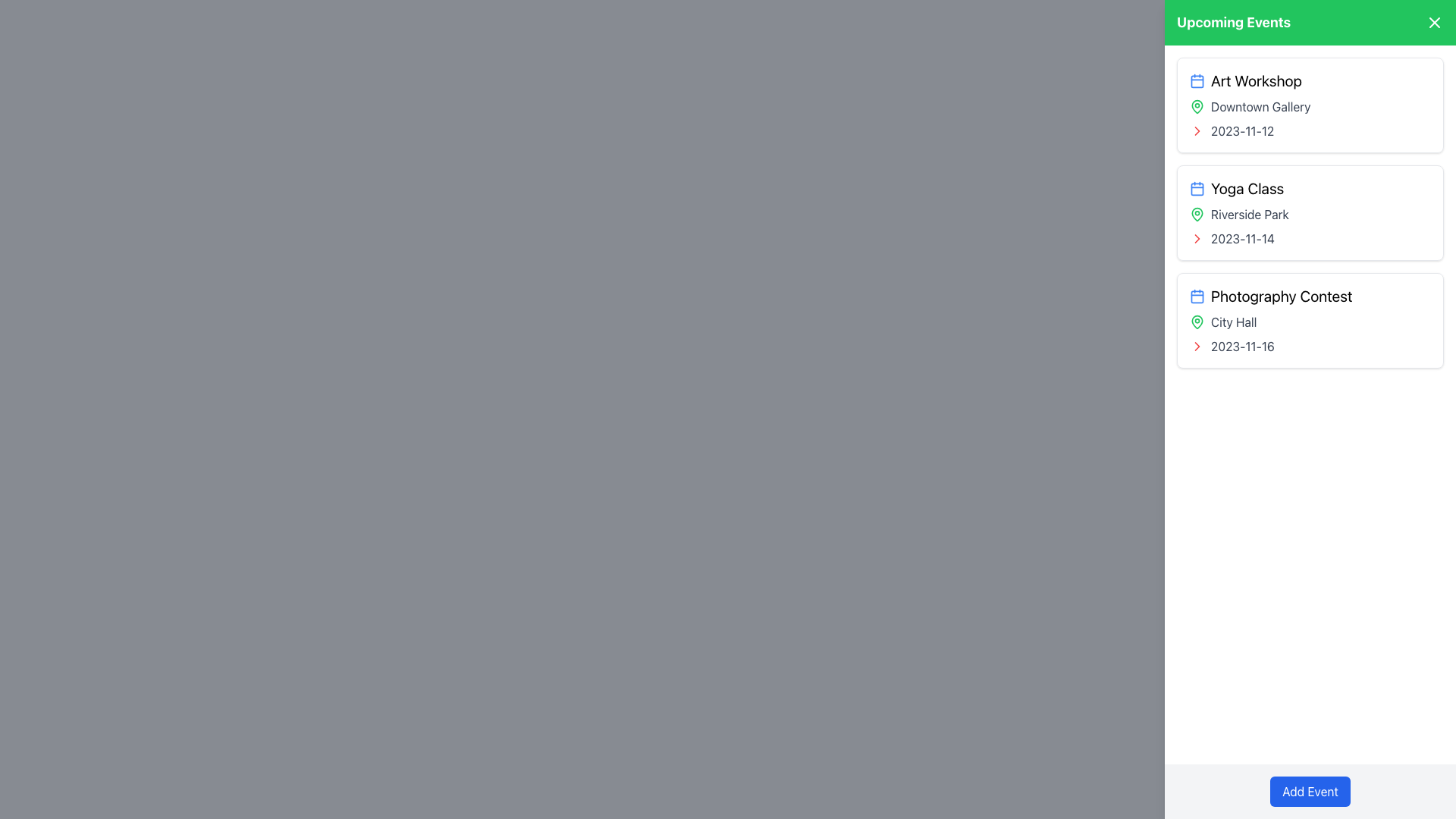 Image resolution: width=1456 pixels, height=819 pixels. What do you see at coordinates (1197, 188) in the screenshot?
I see `the inner rounded square of the calendar icon indicating the 'Yoga Class' event, which is the second calendar icon in the list` at bounding box center [1197, 188].